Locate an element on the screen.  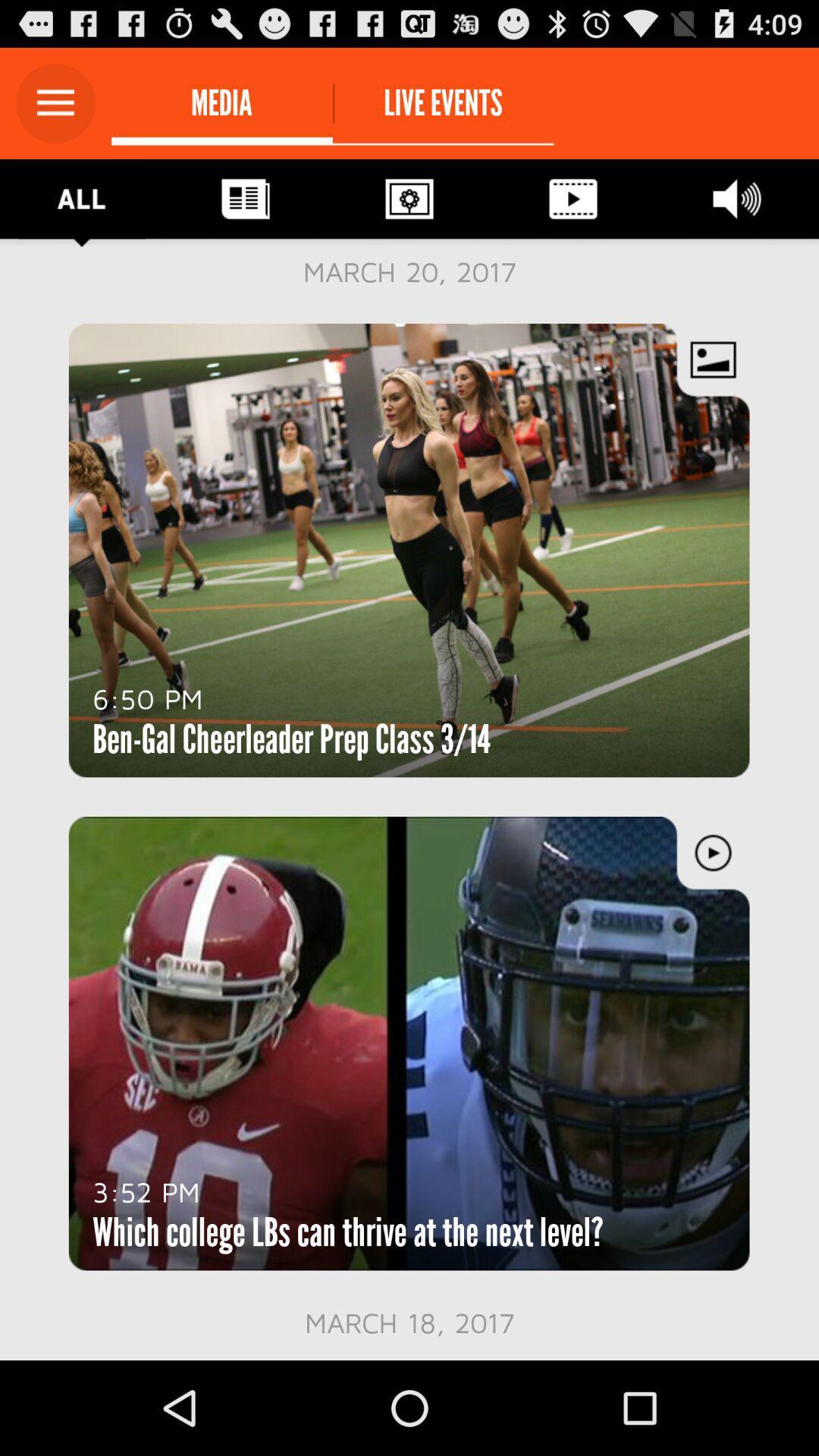
the icon to the right of media icon is located at coordinates (443, 102).